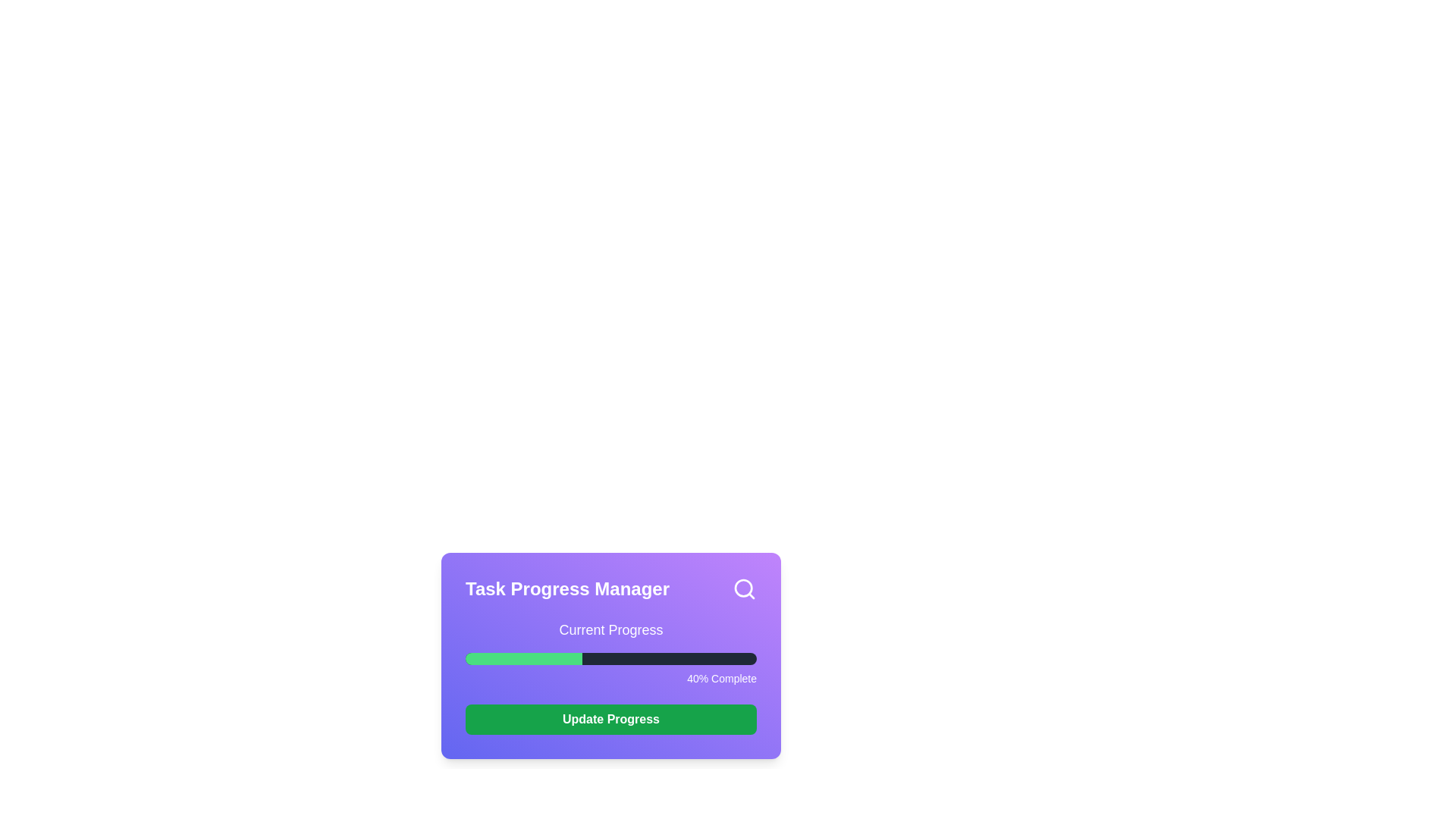 This screenshot has height=819, width=1456. Describe the element at coordinates (745, 588) in the screenshot. I see `the magnifying glass icon located at the top-right corner of the interface` at that location.